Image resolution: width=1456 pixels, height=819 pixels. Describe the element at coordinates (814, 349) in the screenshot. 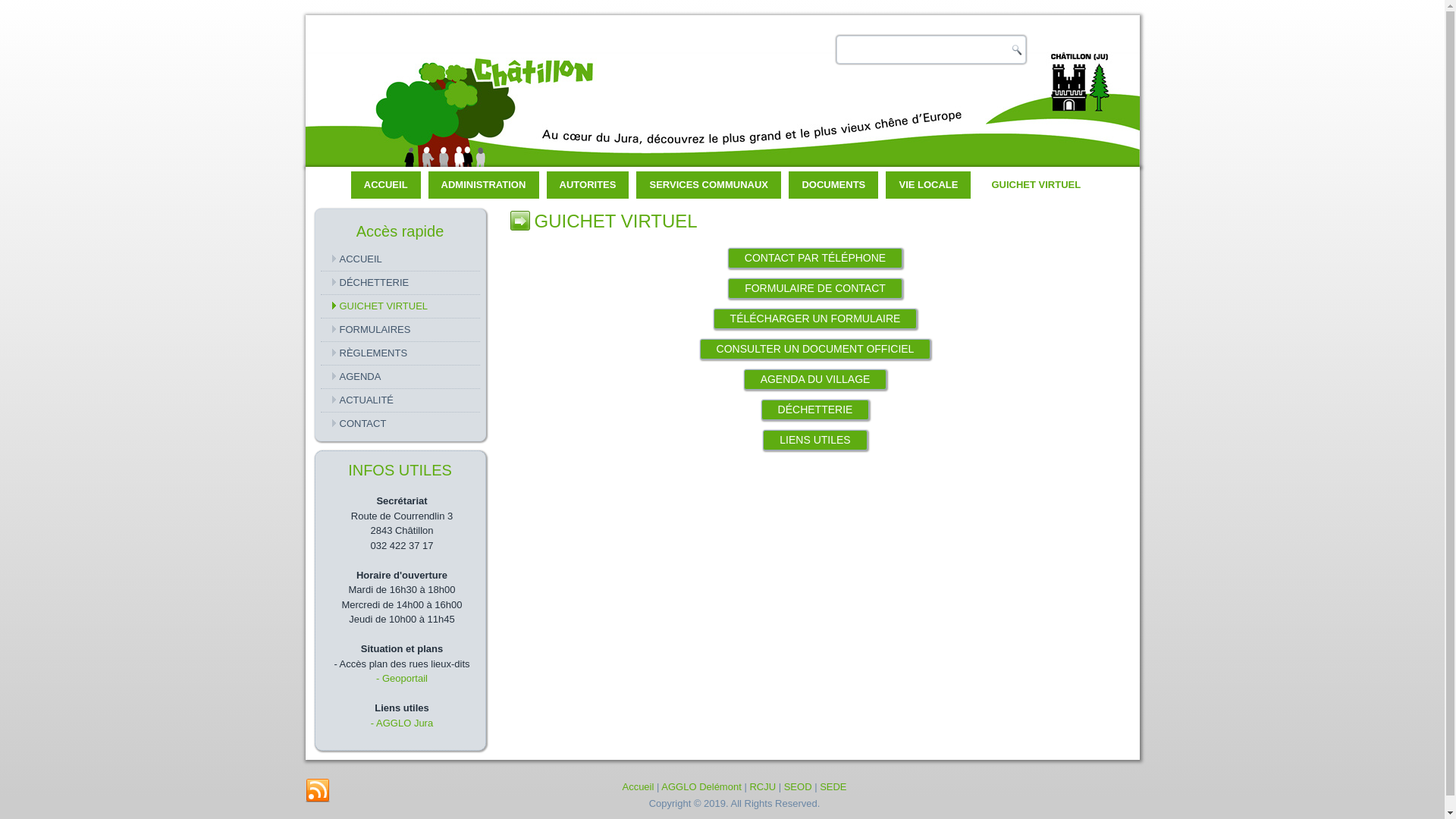

I see `'CONSULTER UN DOCUMENT OFFICIEL'` at that location.